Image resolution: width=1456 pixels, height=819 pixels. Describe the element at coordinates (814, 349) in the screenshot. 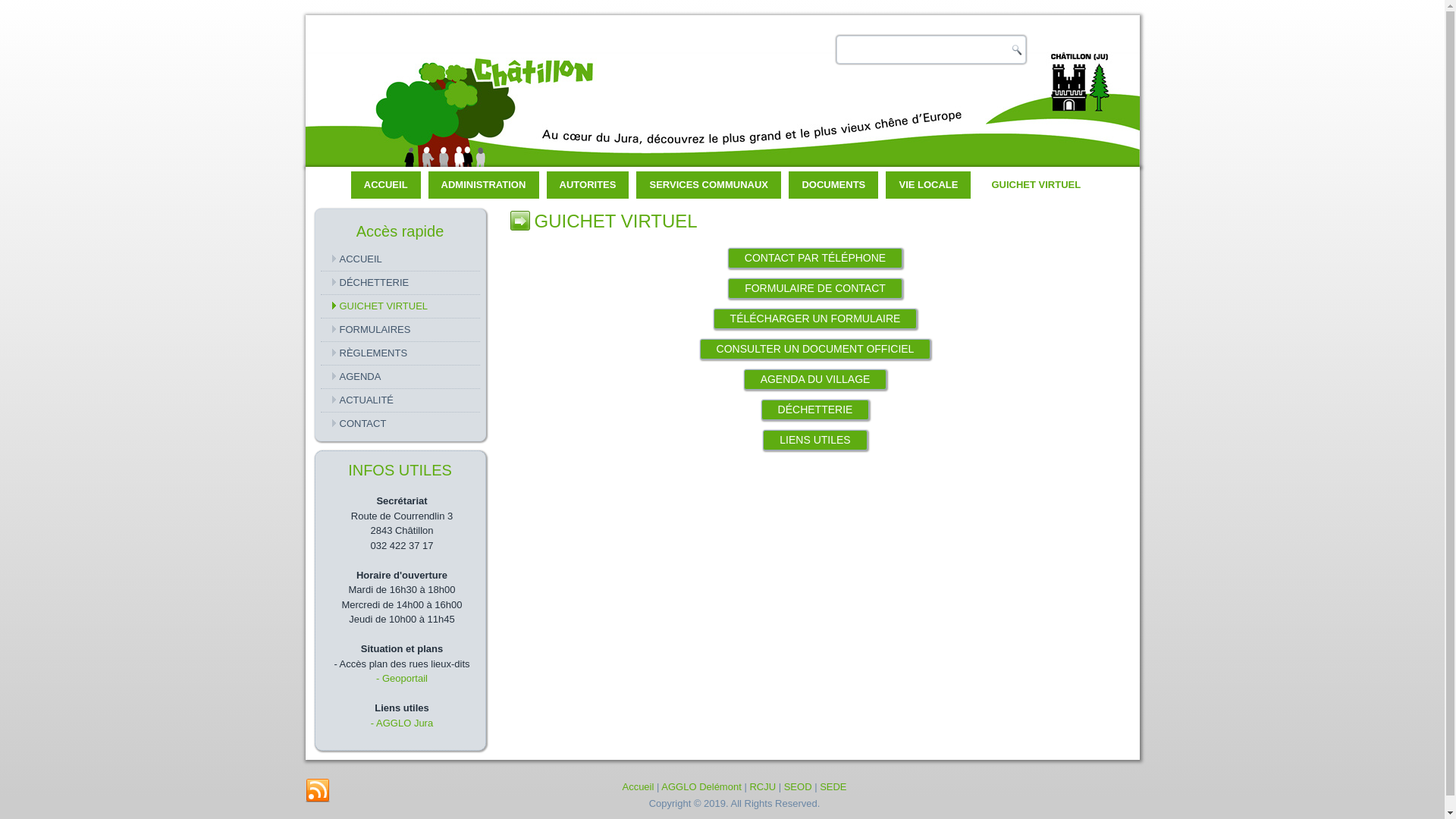

I see `'CONSULTER UN DOCUMENT OFFICIEL'` at that location.